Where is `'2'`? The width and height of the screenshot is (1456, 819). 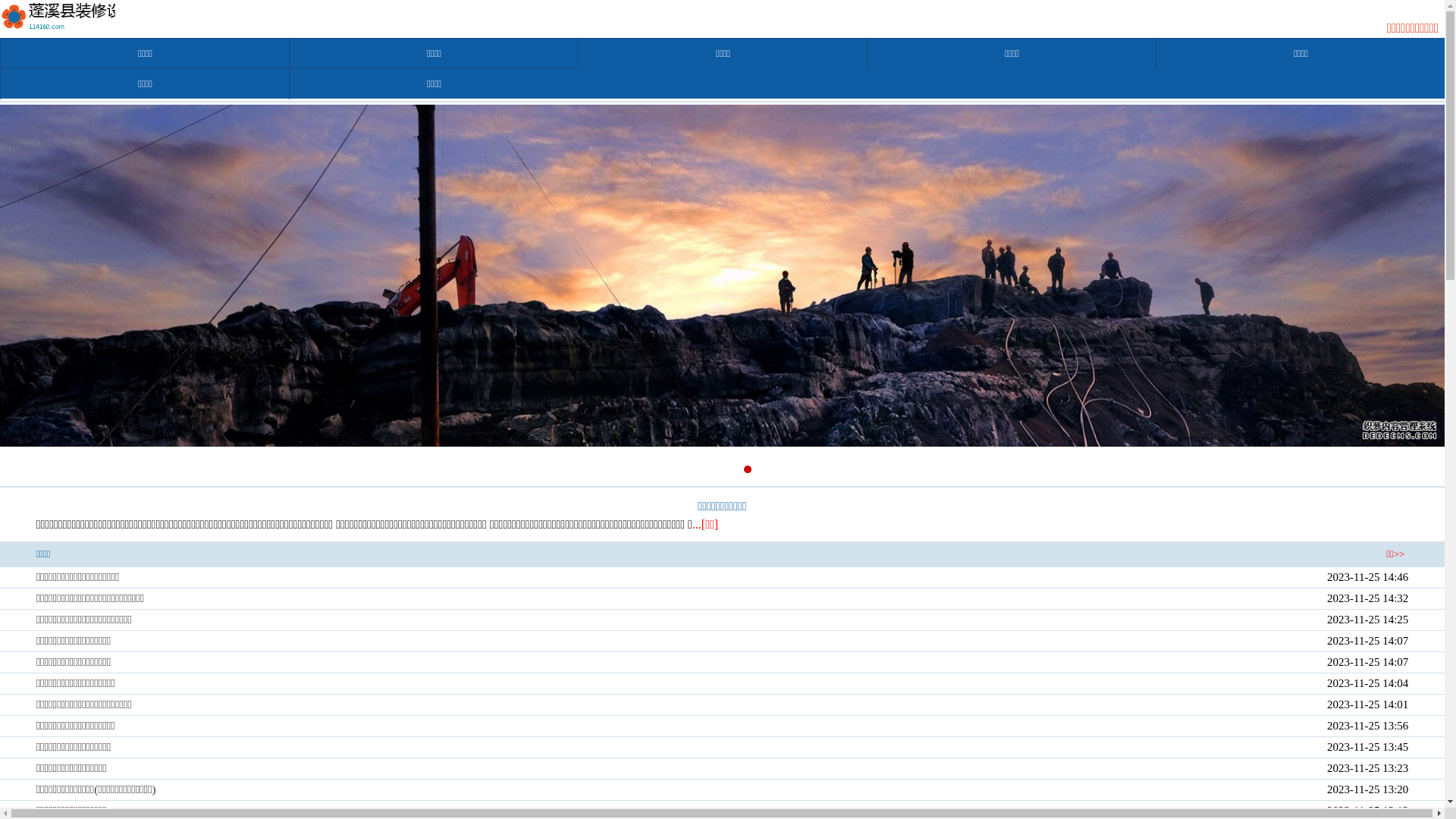
'2' is located at coordinates (712, 468).